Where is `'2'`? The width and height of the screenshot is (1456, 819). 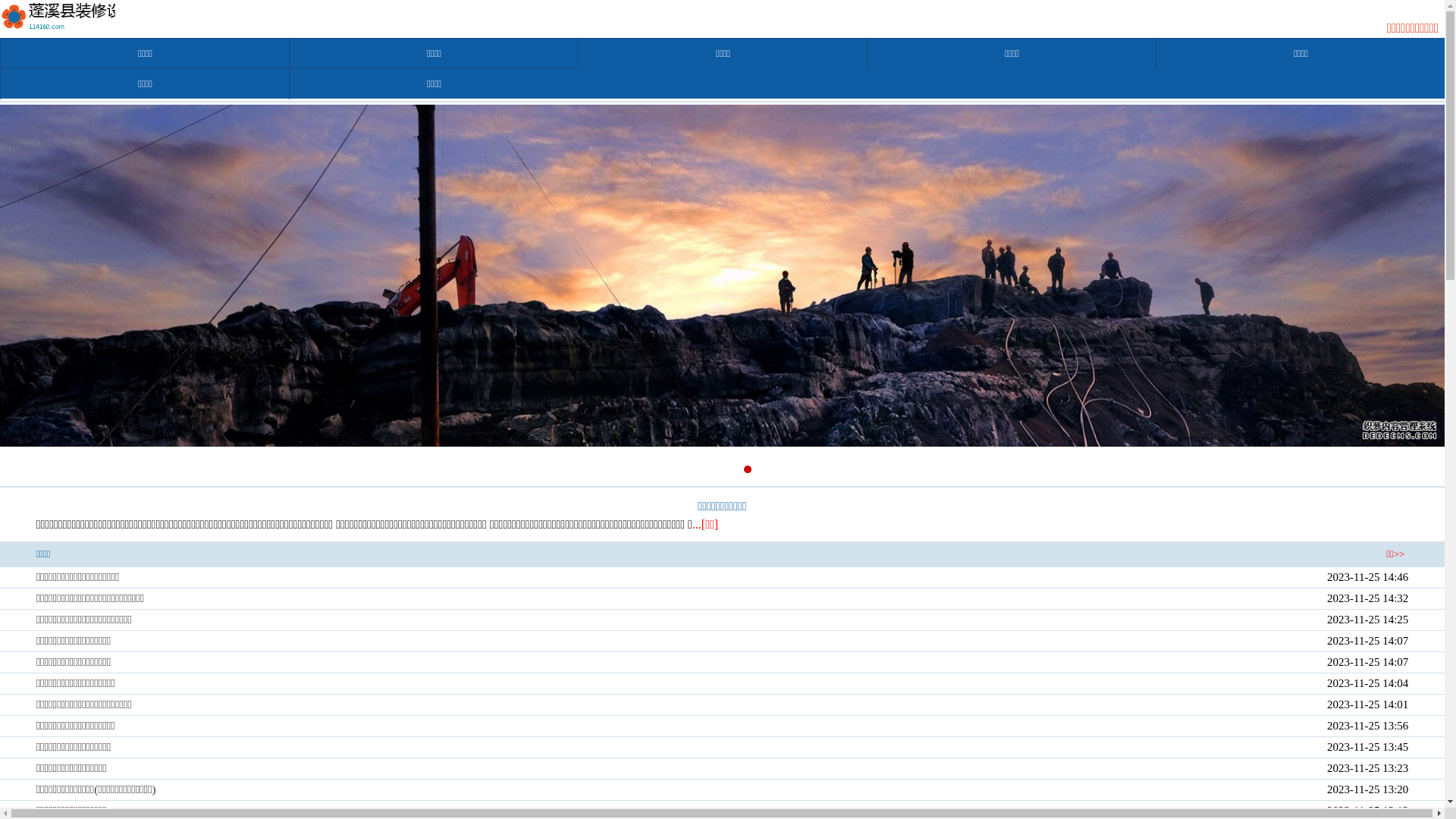
'2' is located at coordinates (712, 468).